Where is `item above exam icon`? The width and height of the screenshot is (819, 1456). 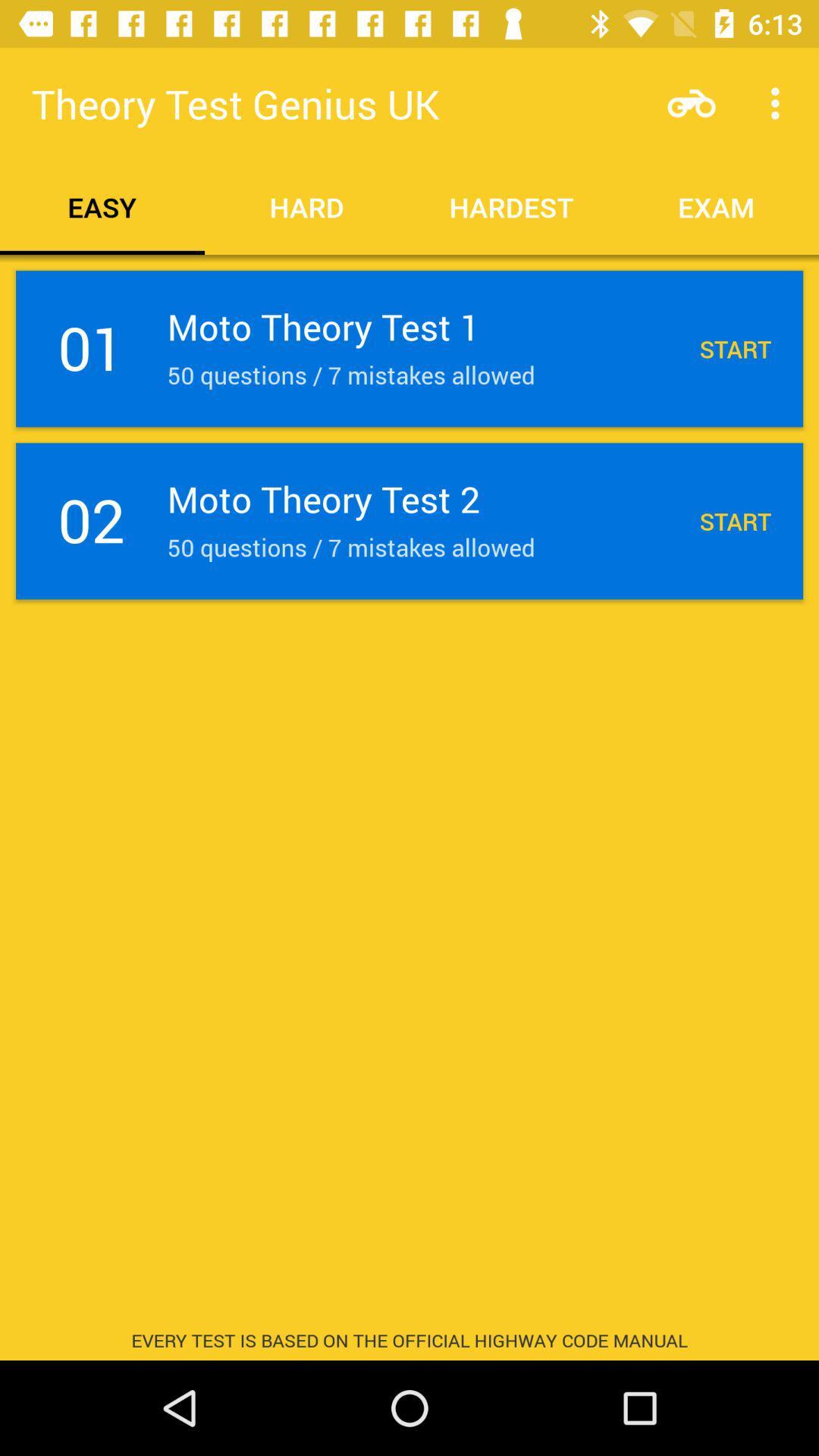
item above exam icon is located at coordinates (779, 102).